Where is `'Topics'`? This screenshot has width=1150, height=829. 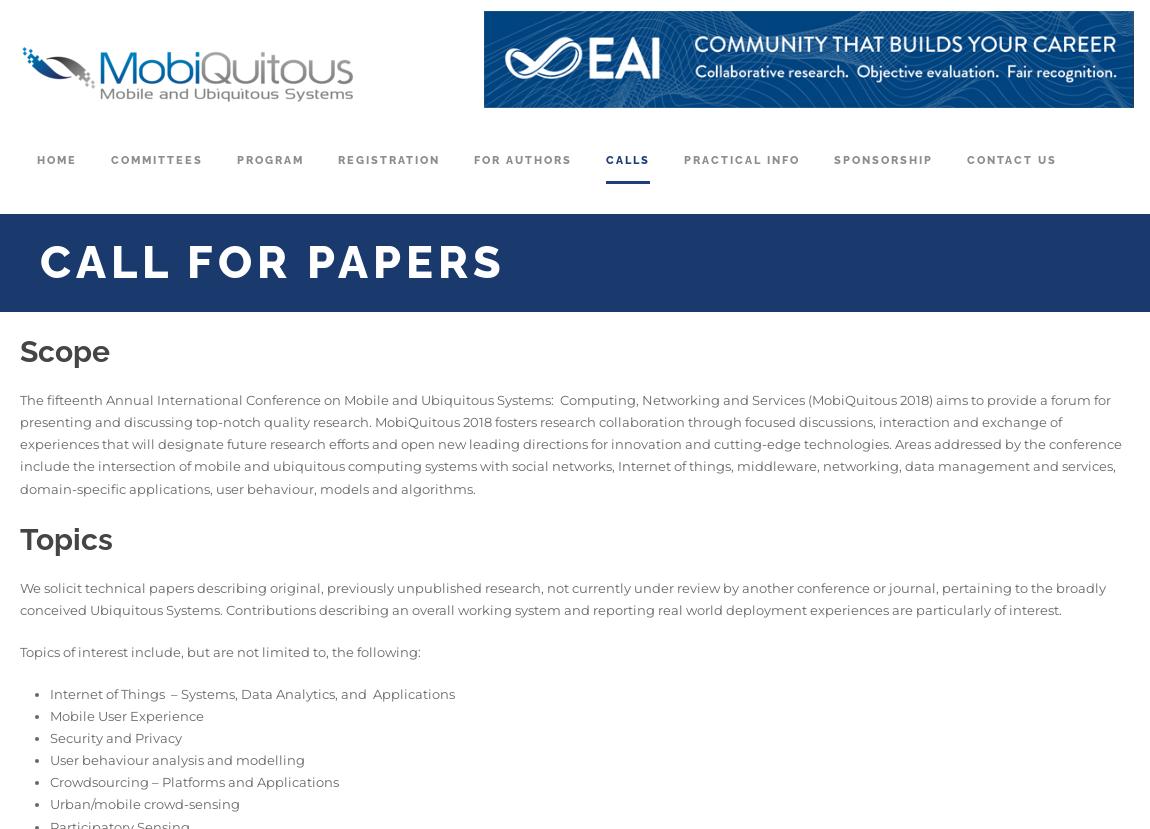 'Topics' is located at coordinates (65, 538).